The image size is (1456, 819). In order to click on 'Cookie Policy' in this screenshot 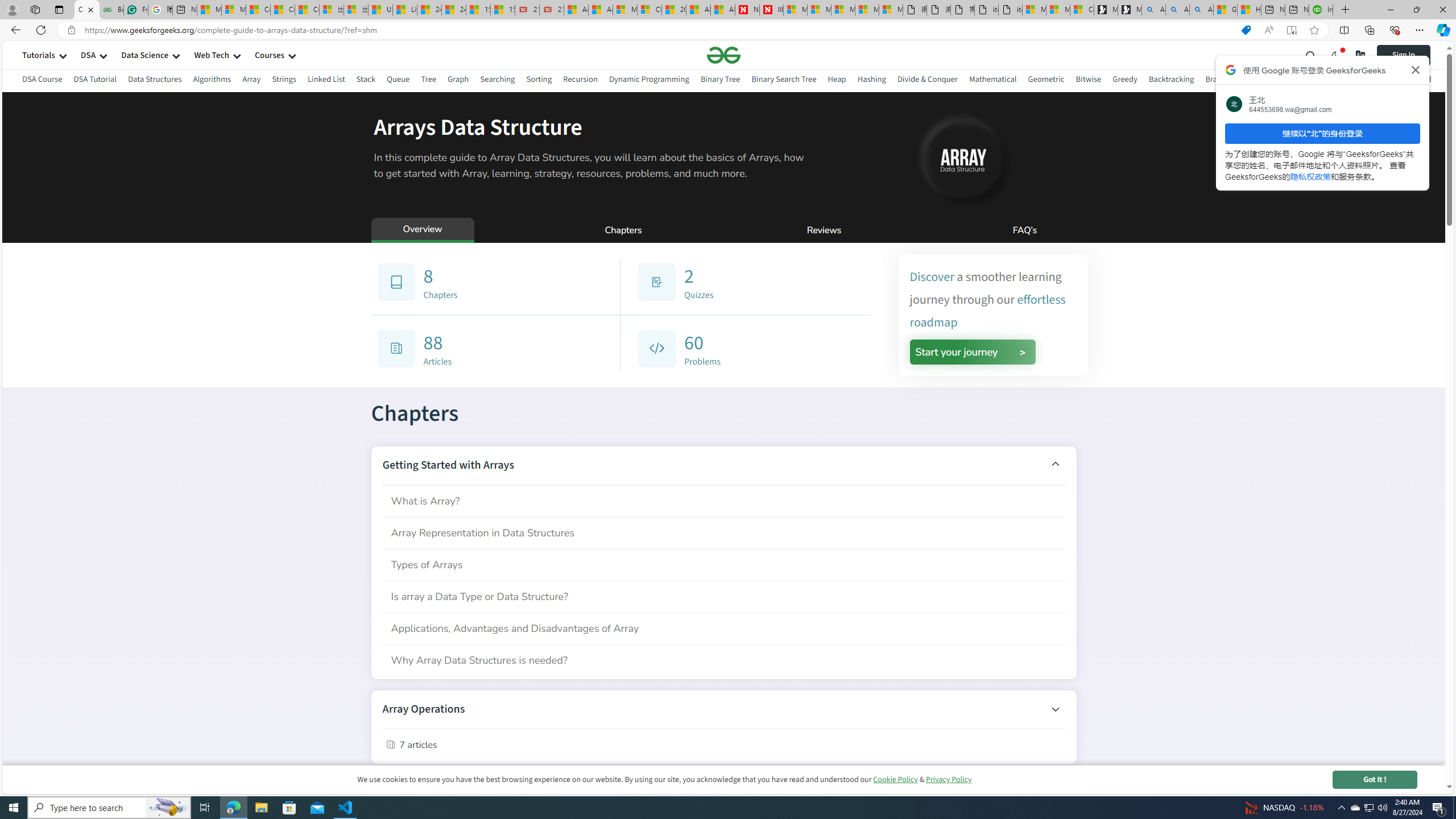, I will do `click(895, 779)`.